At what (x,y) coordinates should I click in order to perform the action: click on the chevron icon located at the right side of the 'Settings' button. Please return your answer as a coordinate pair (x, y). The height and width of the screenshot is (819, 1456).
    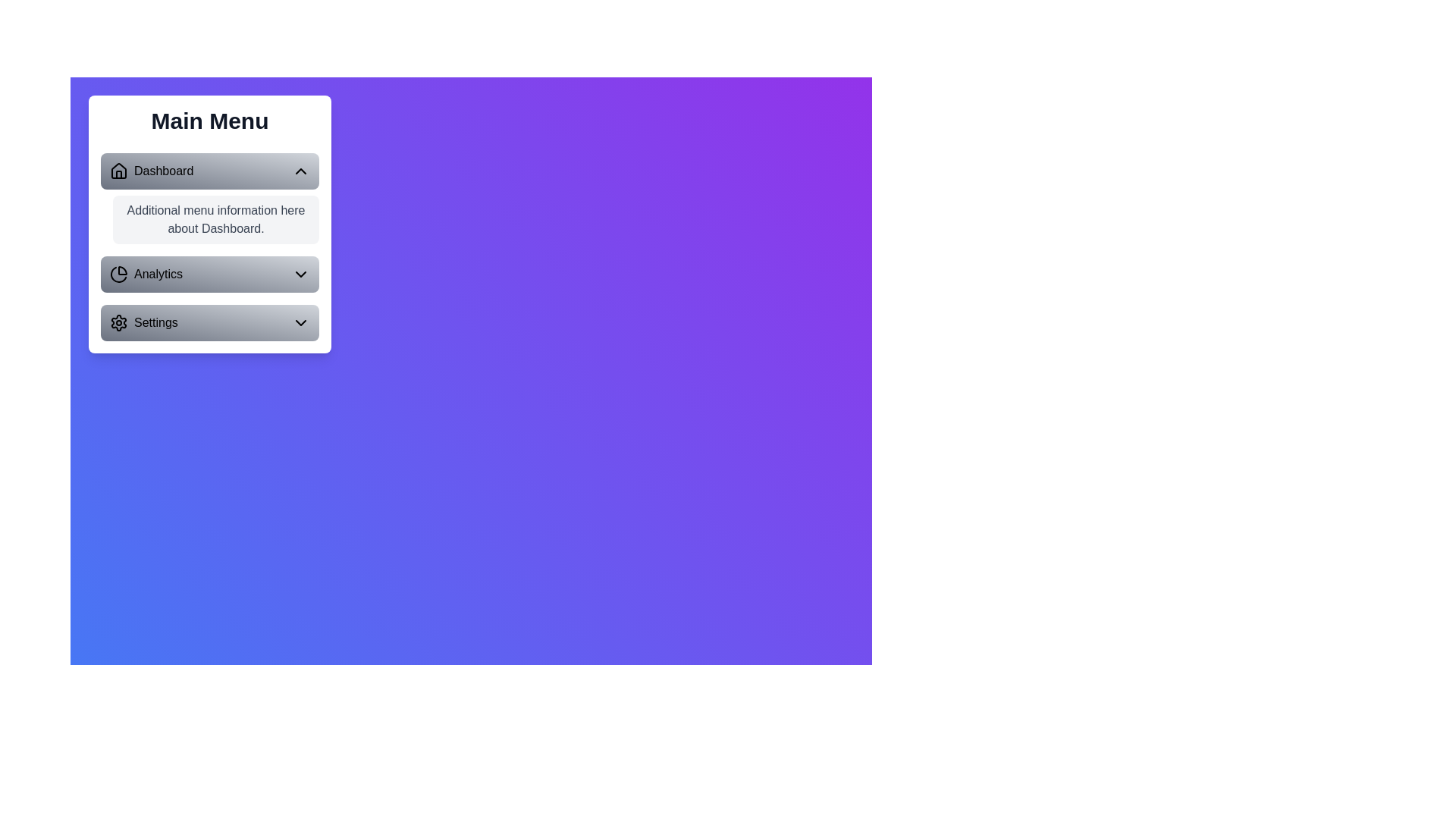
    Looking at the image, I should click on (301, 322).